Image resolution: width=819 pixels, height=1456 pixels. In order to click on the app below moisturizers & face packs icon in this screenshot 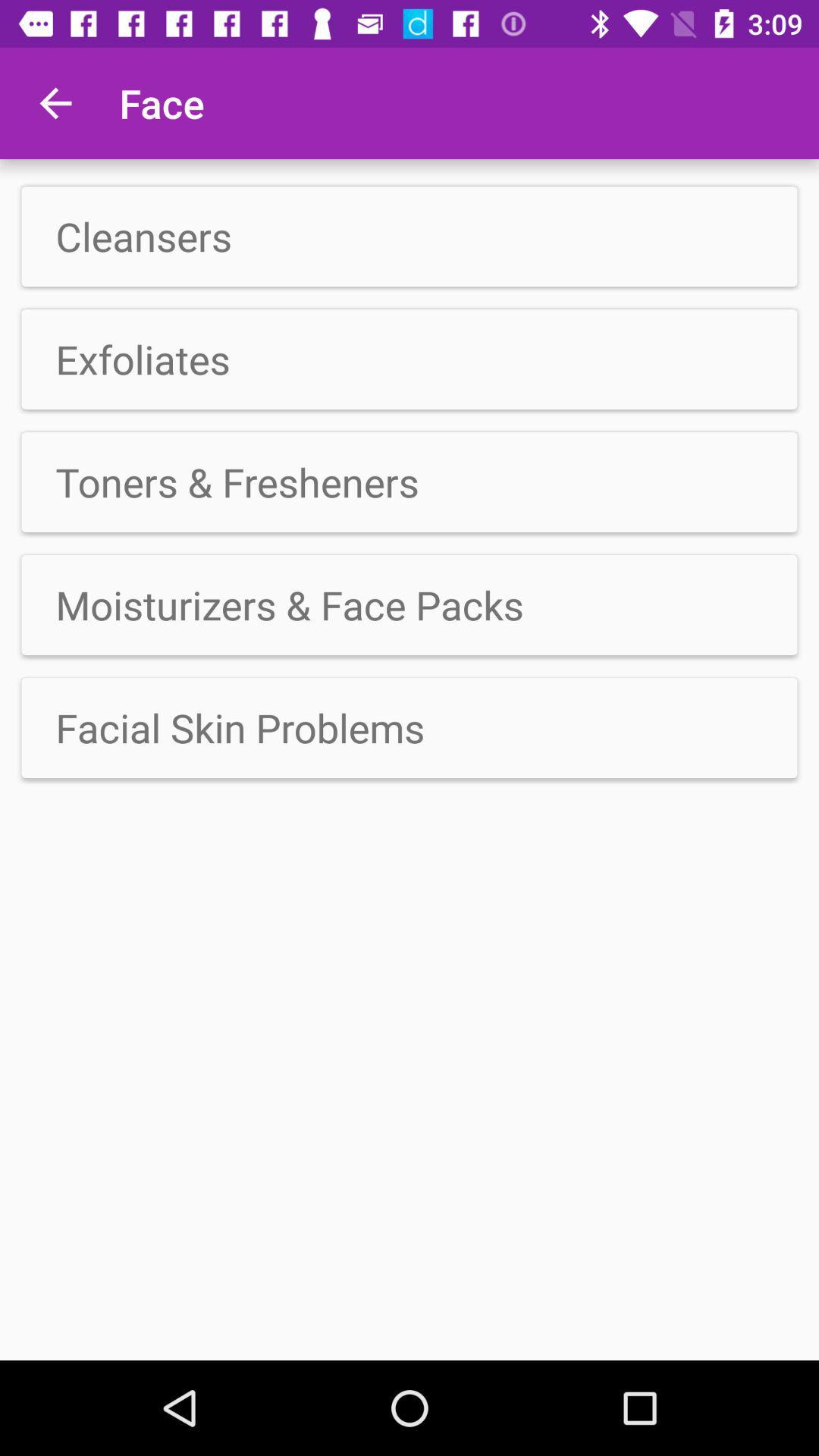, I will do `click(409, 728)`.